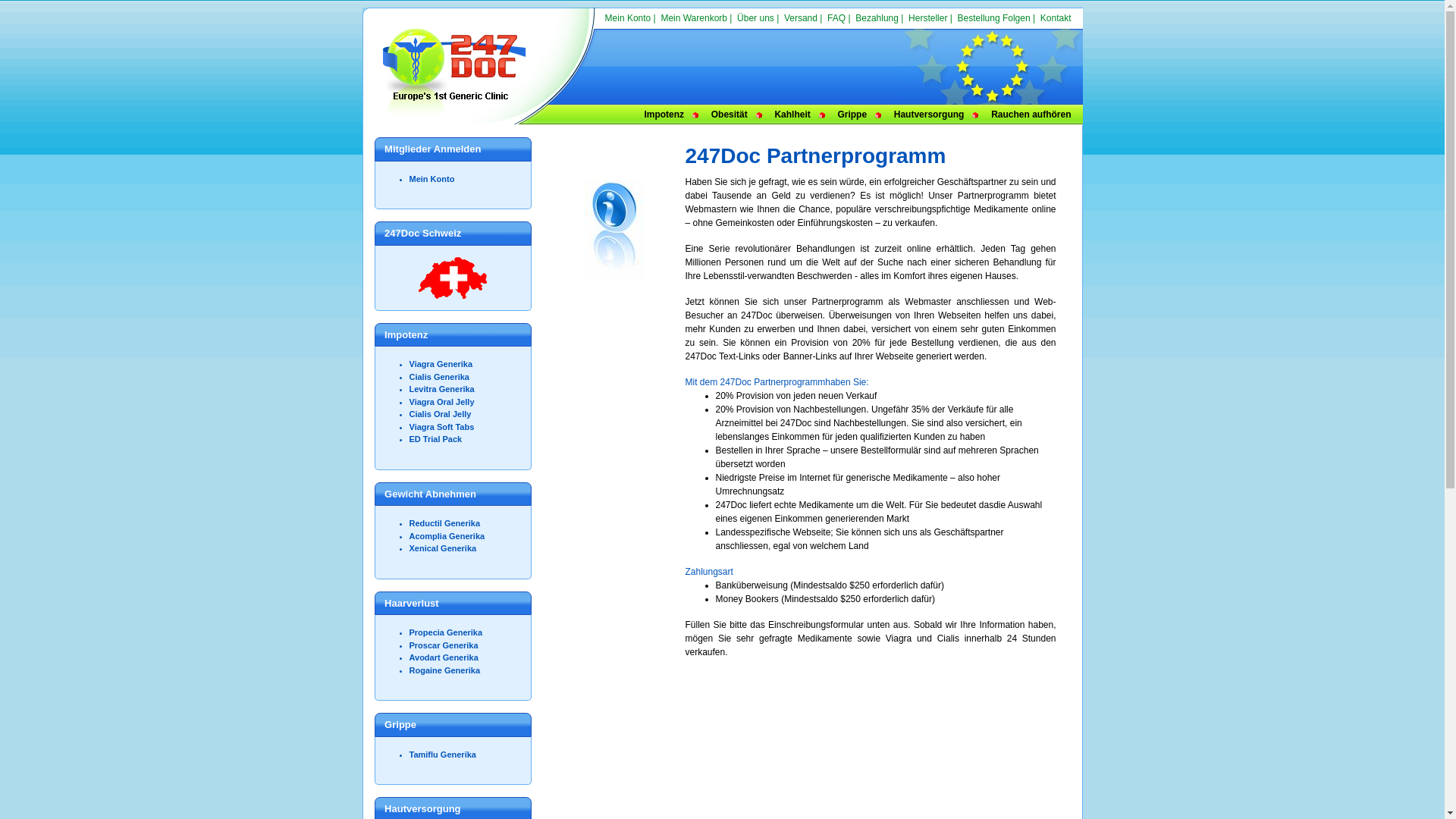 The height and width of the screenshot is (819, 1456). What do you see at coordinates (836, 17) in the screenshot?
I see `'FAQ'` at bounding box center [836, 17].